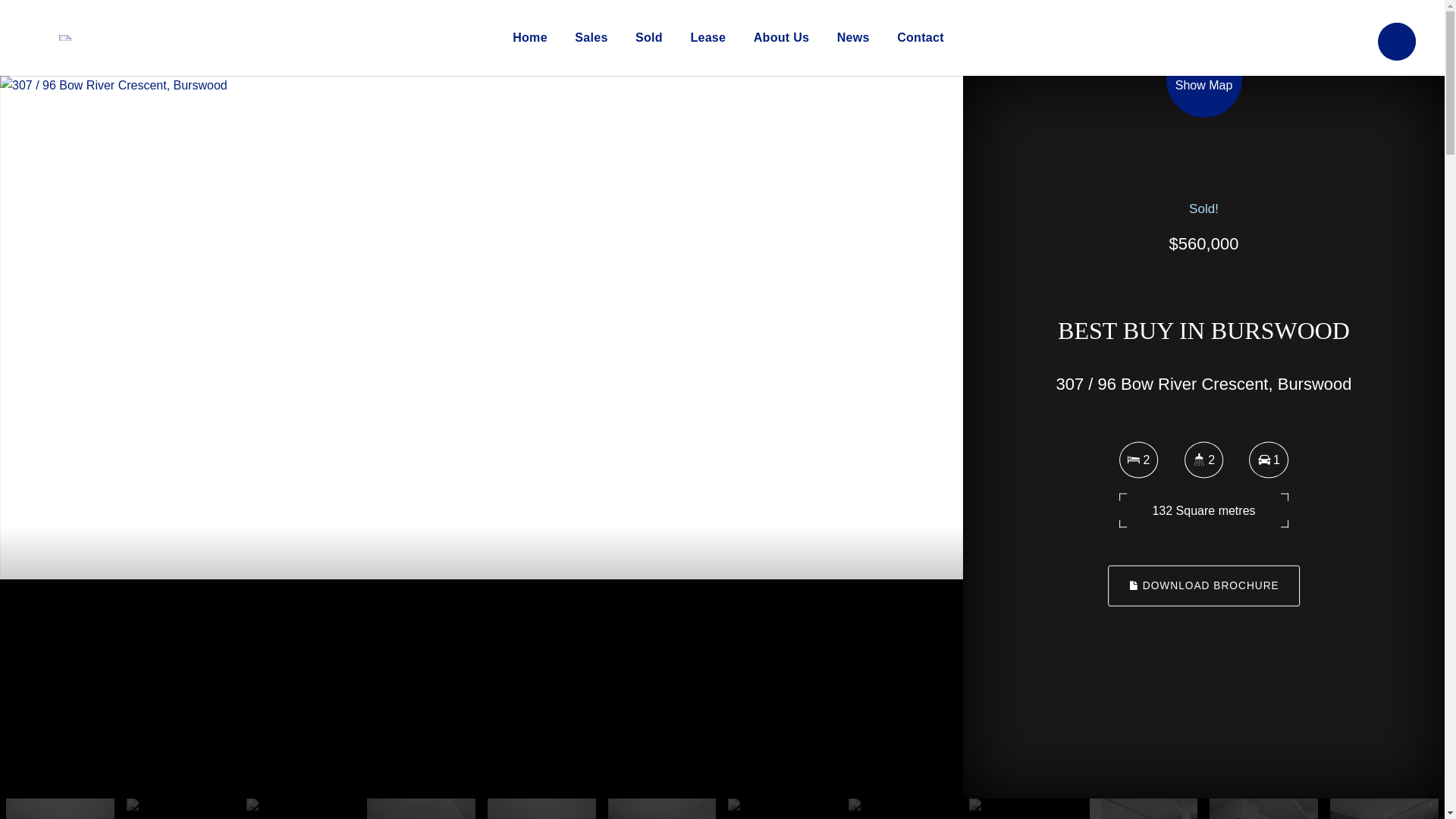 The image size is (1456, 819). What do you see at coordinates (590, 37) in the screenshot?
I see `'Sales'` at bounding box center [590, 37].